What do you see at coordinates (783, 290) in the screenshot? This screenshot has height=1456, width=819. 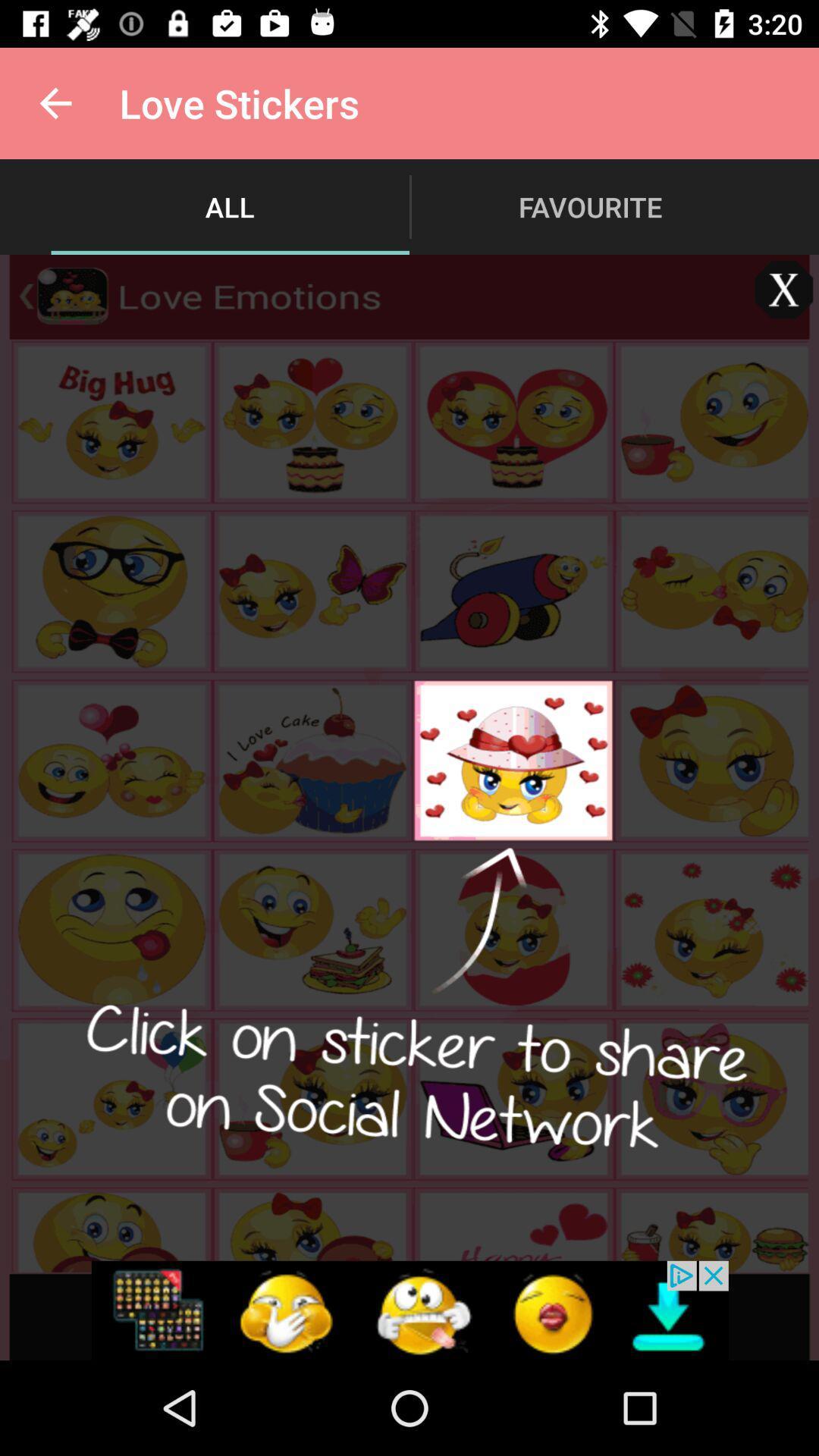 I see `close` at bounding box center [783, 290].